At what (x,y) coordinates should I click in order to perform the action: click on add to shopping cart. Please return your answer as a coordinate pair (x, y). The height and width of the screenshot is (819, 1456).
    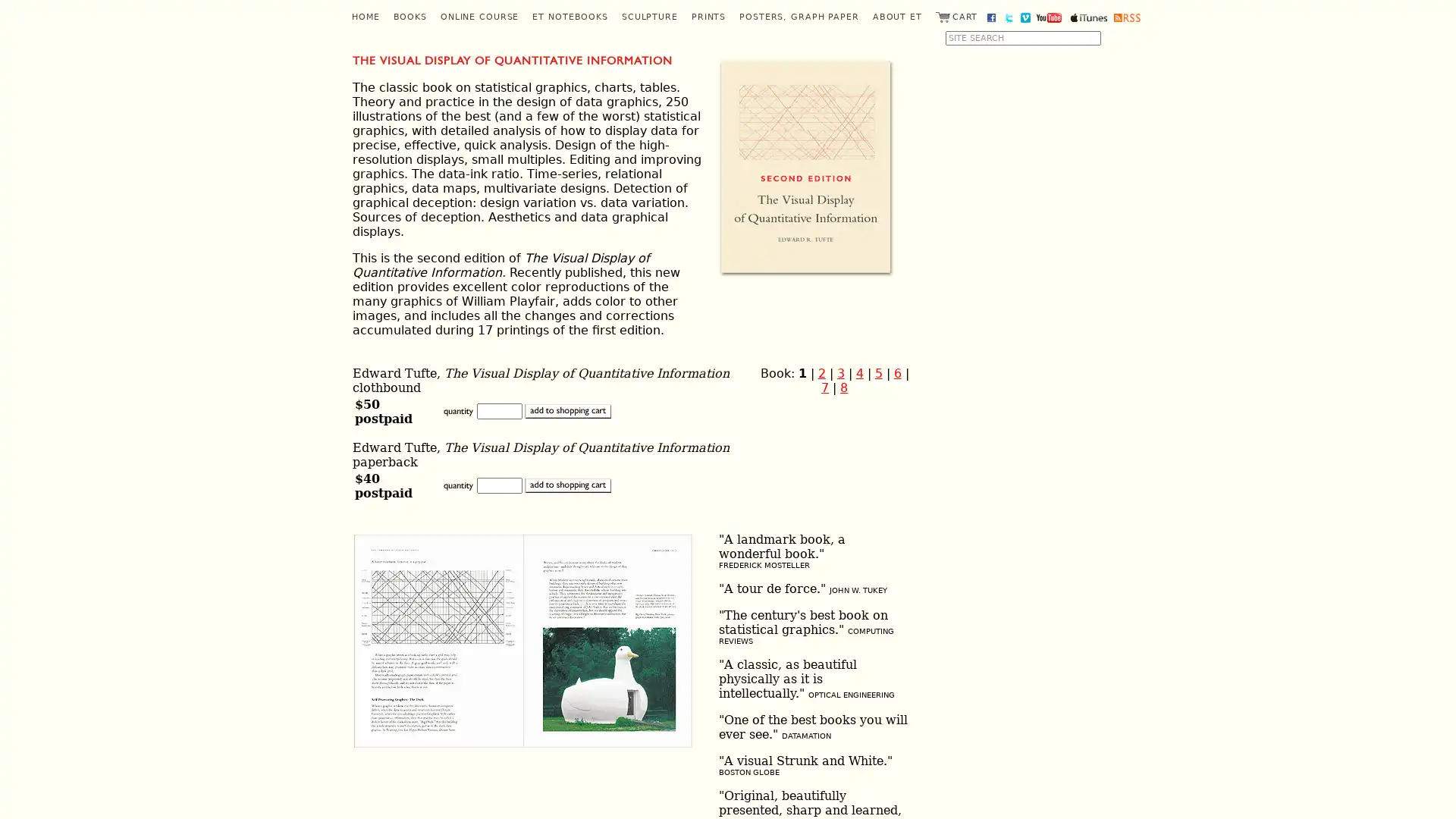
    Looking at the image, I should click on (566, 485).